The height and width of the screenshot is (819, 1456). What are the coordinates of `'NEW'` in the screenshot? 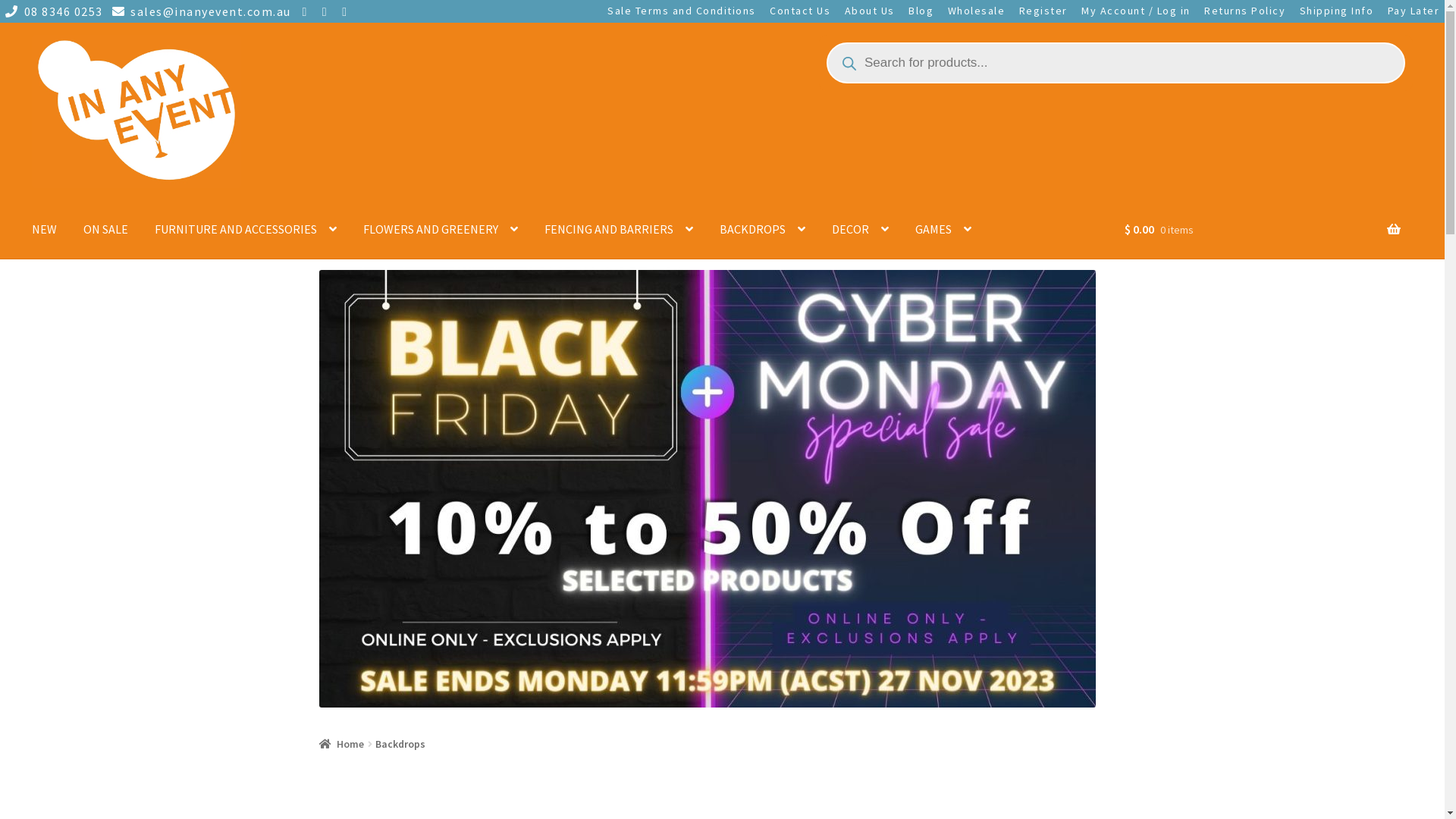 It's located at (44, 229).